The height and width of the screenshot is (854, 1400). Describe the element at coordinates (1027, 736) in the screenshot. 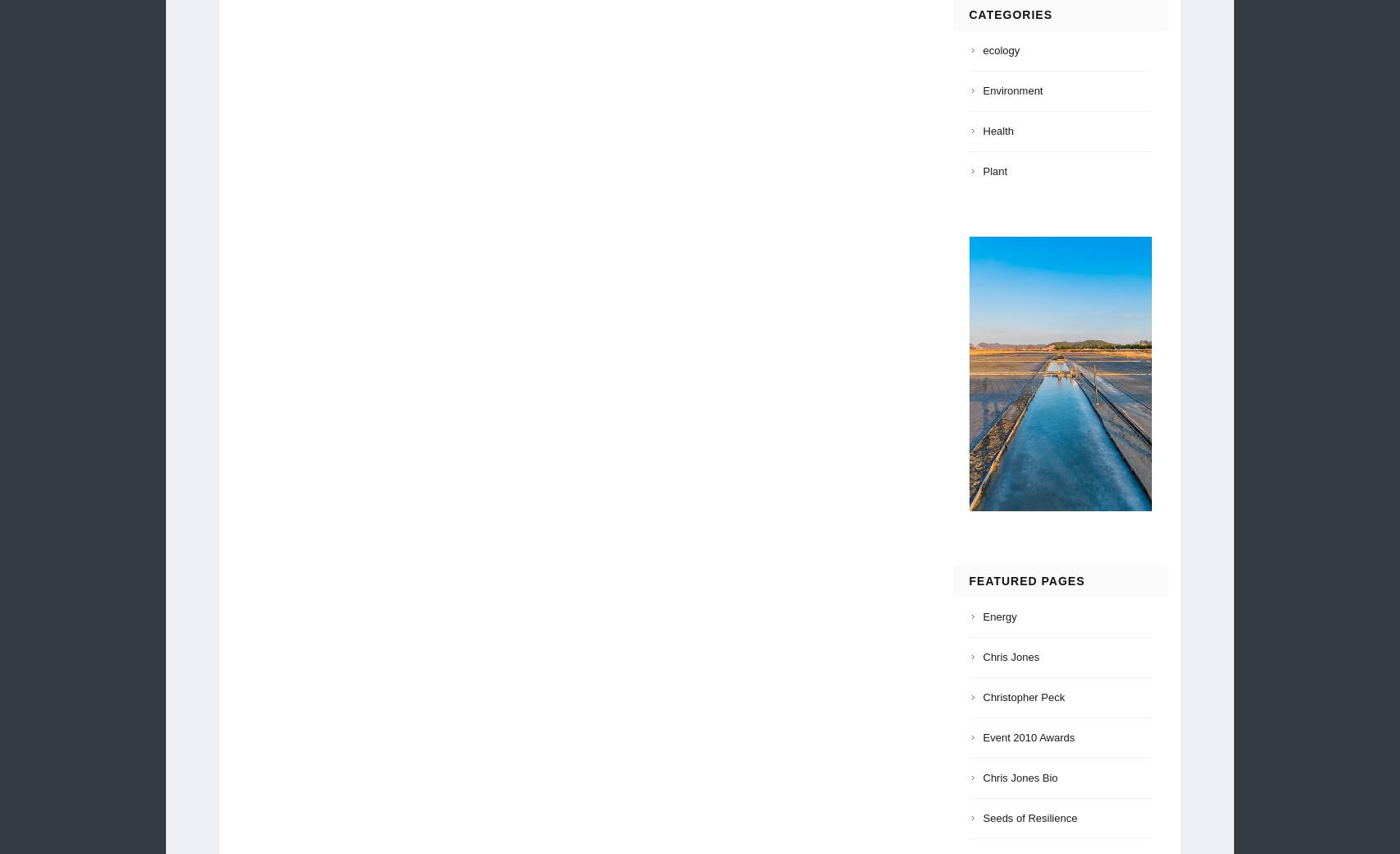

I see `'Event 2010 Awards'` at that location.